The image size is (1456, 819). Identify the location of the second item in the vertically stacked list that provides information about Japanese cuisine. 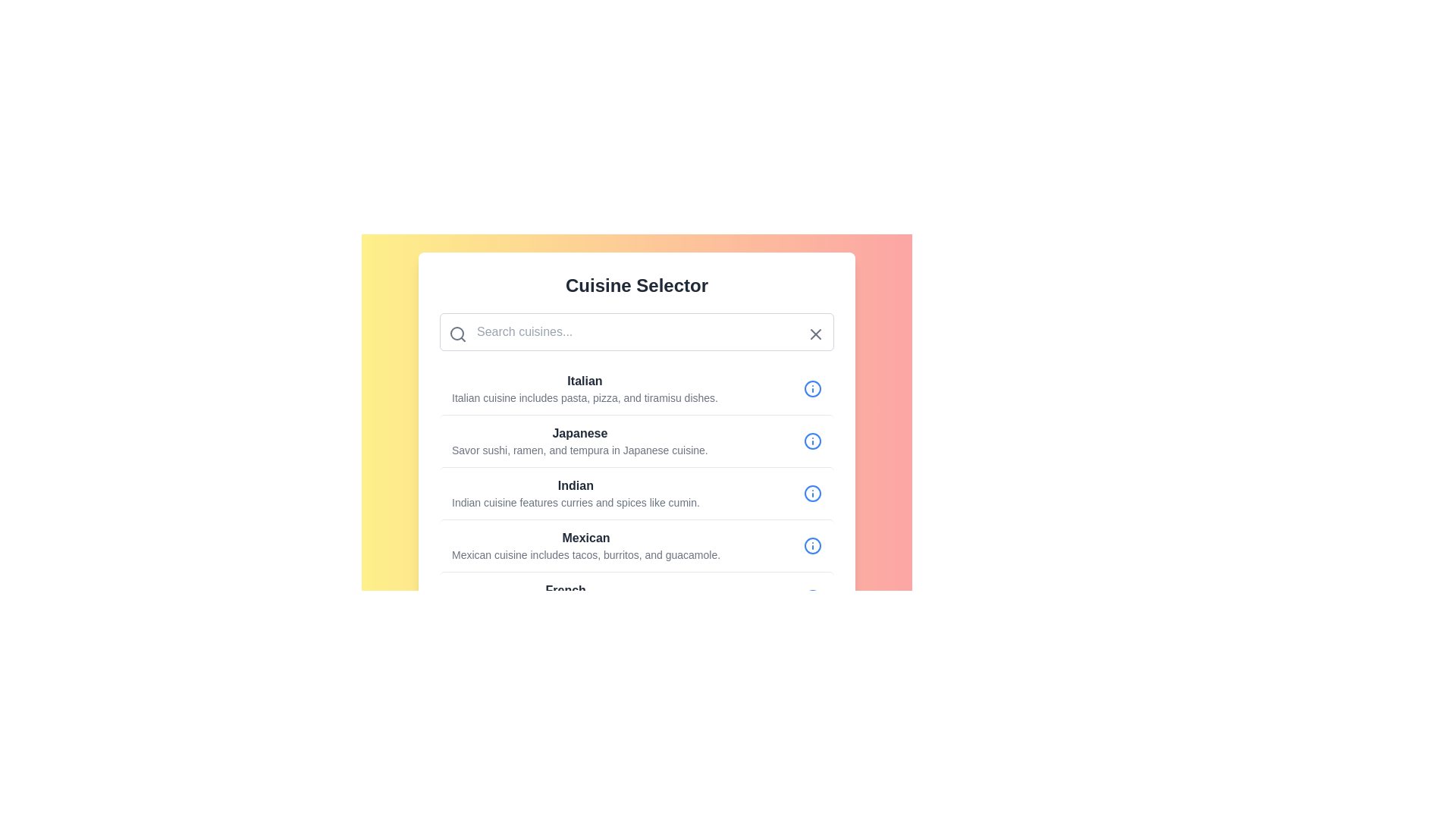
(637, 447).